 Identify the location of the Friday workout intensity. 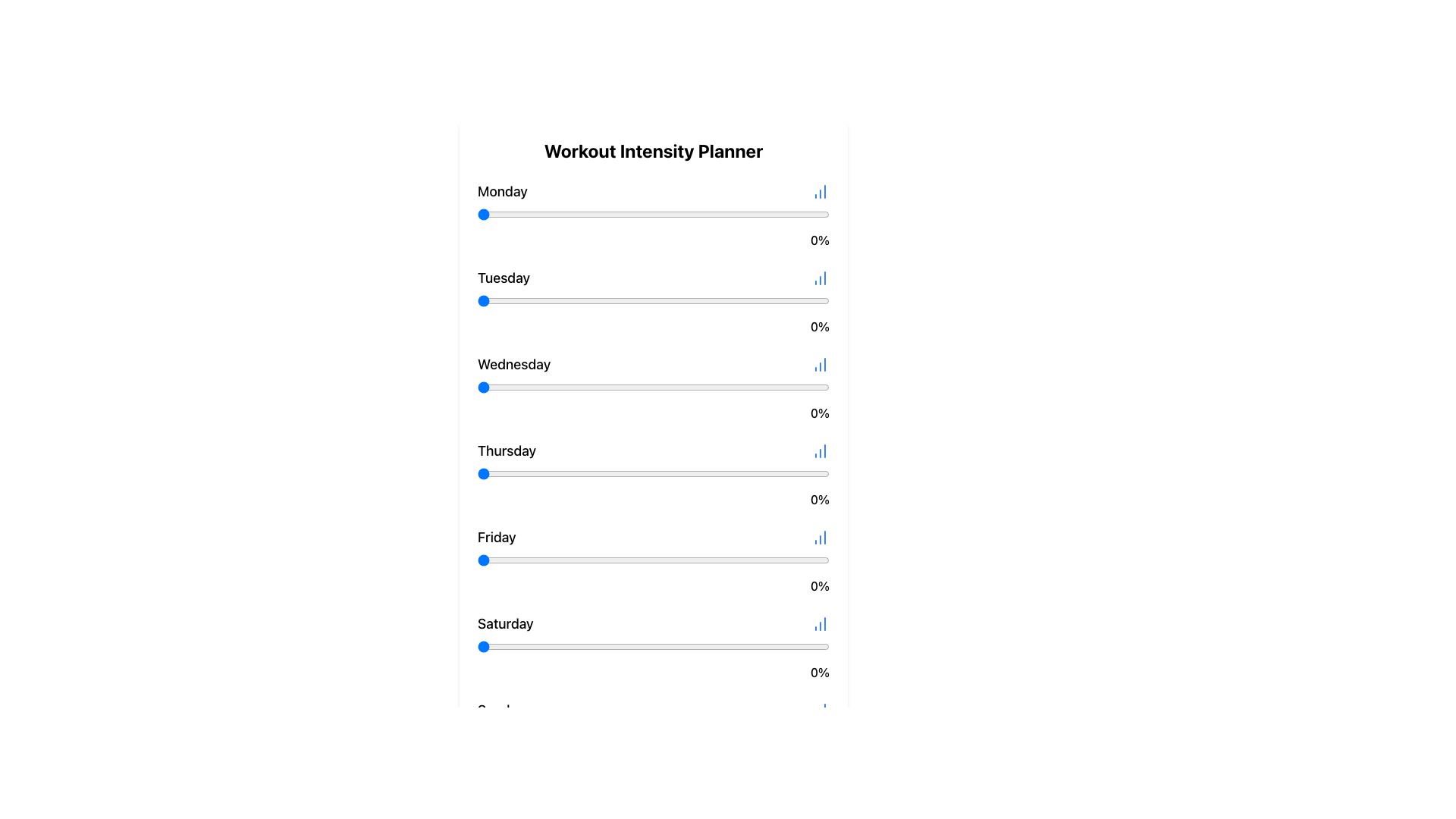
(709, 560).